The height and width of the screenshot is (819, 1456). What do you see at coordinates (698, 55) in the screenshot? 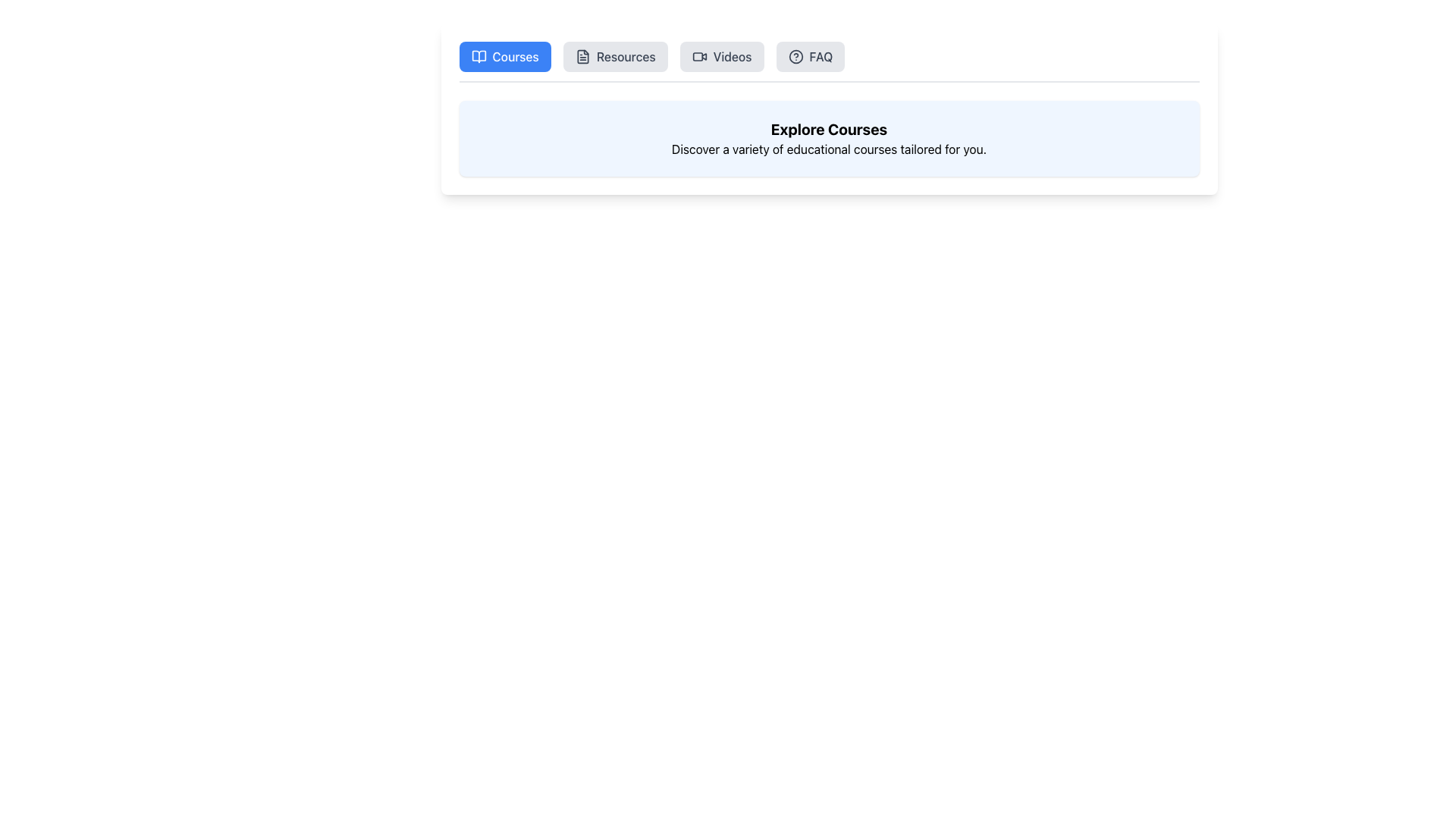
I see `the video icon located to the left of the 'Videos' button in the navigation bar` at bounding box center [698, 55].